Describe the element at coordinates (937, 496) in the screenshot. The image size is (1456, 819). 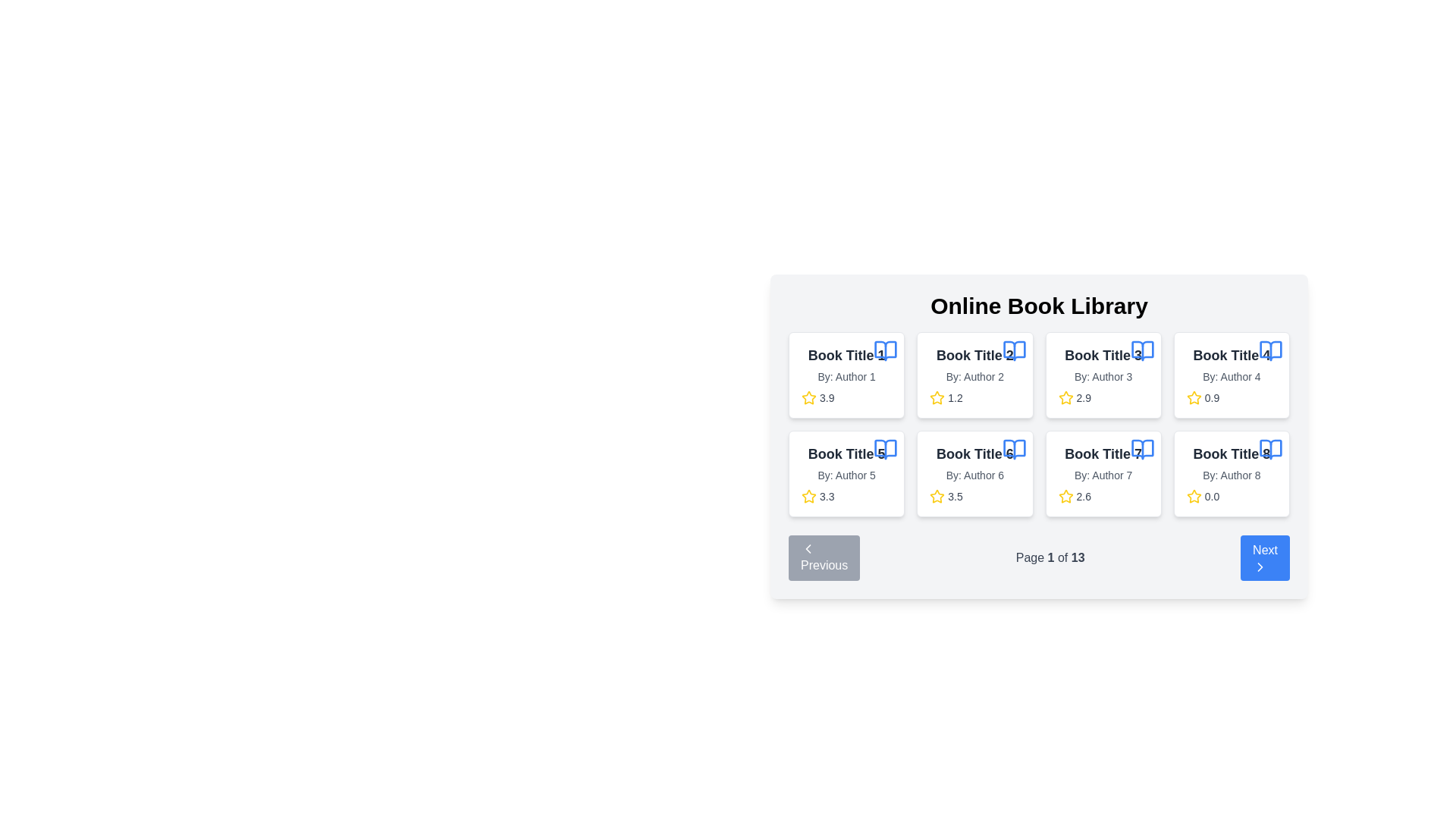
I see `the bright yellow star icon with a hollow center located next` at that location.